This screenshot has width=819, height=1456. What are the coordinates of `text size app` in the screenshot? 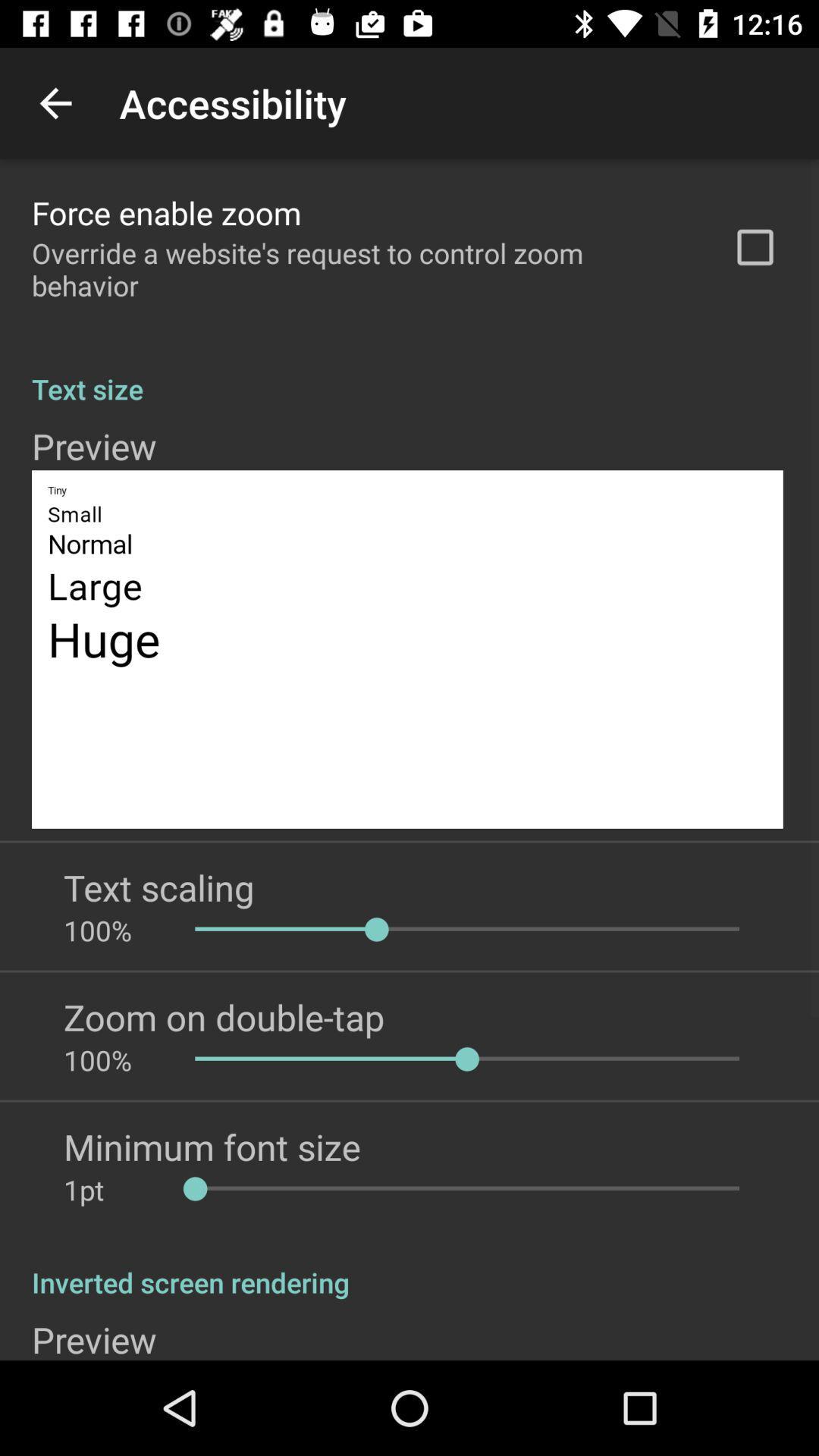 It's located at (409, 372).